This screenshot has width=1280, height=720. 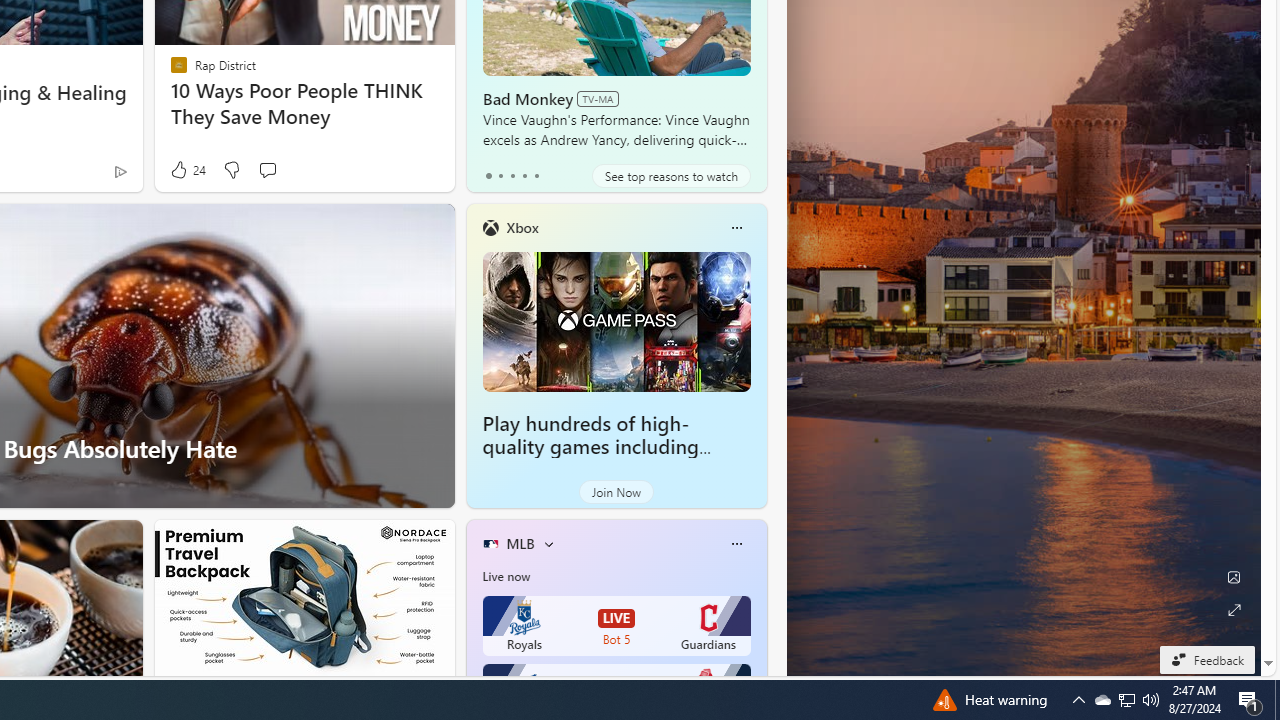 What do you see at coordinates (536, 175) in the screenshot?
I see `'tab-4'` at bounding box center [536, 175].